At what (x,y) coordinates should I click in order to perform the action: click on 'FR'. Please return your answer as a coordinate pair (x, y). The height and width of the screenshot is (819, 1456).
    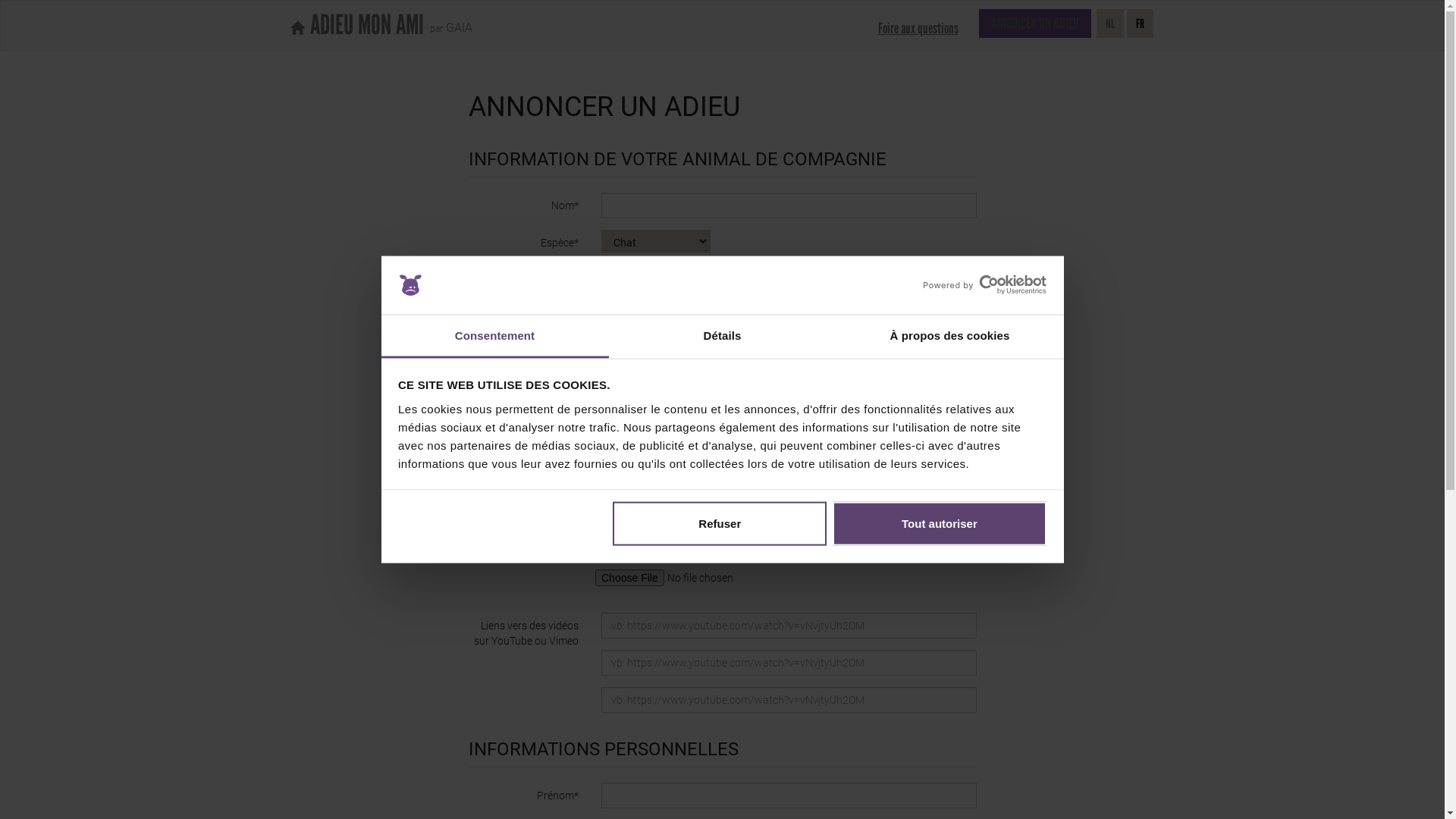
    Looking at the image, I should click on (1140, 23).